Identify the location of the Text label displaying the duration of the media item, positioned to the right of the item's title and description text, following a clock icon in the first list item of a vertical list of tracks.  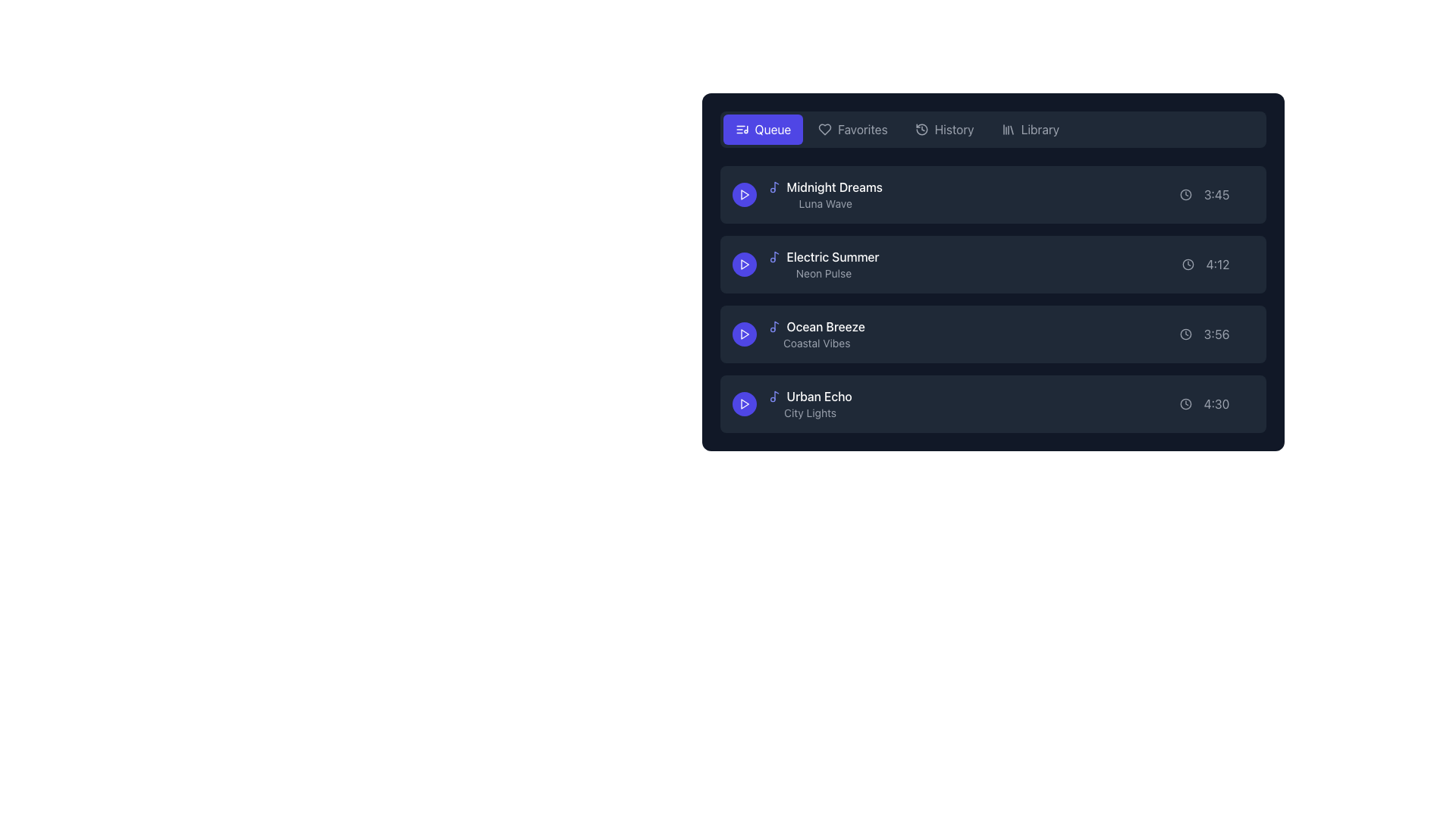
(1216, 194).